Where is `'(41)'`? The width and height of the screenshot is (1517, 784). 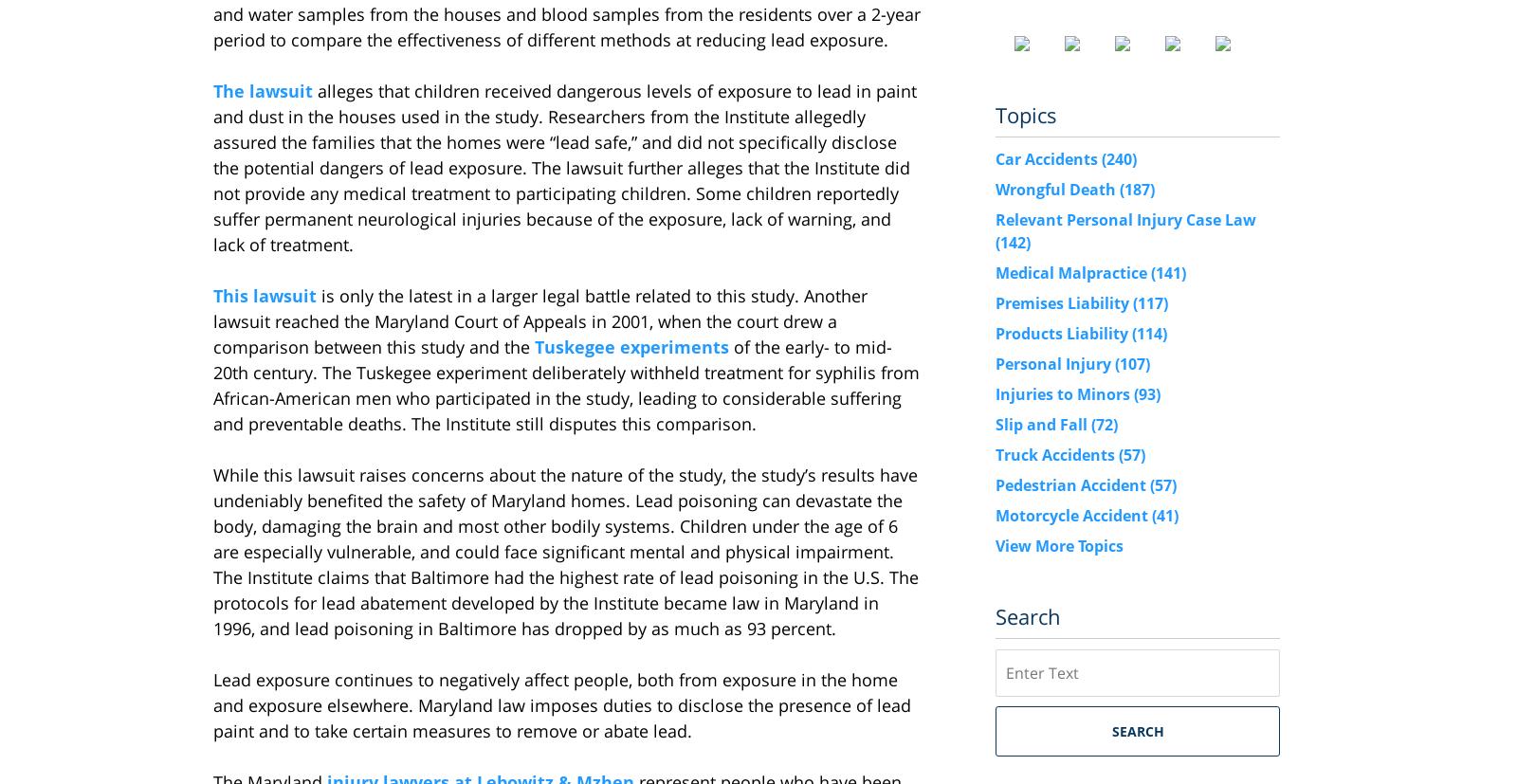 '(41)' is located at coordinates (1151, 514).